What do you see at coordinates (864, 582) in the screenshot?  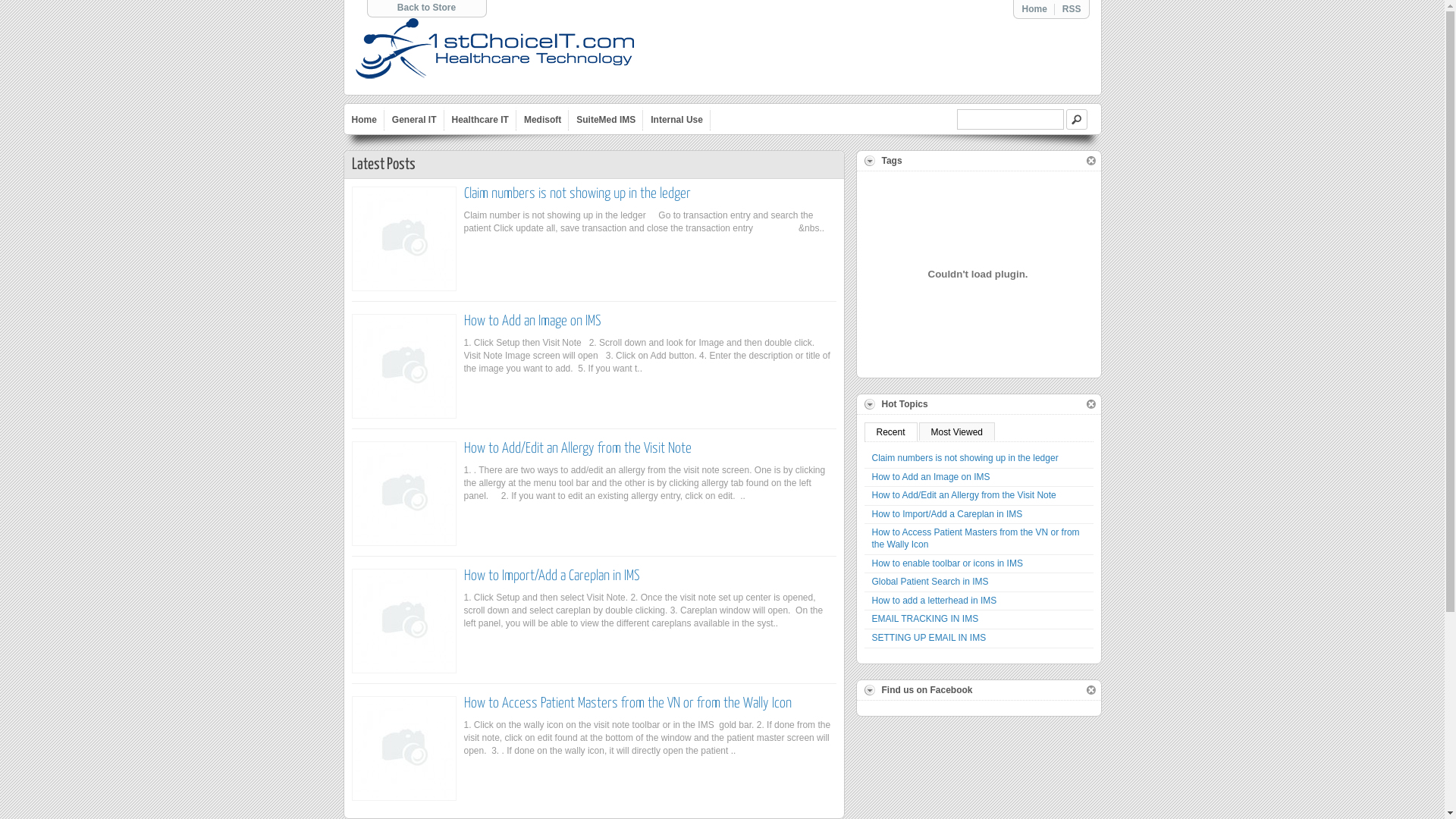 I see `'Global Patient Search in IMS'` at bounding box center [864, 582].